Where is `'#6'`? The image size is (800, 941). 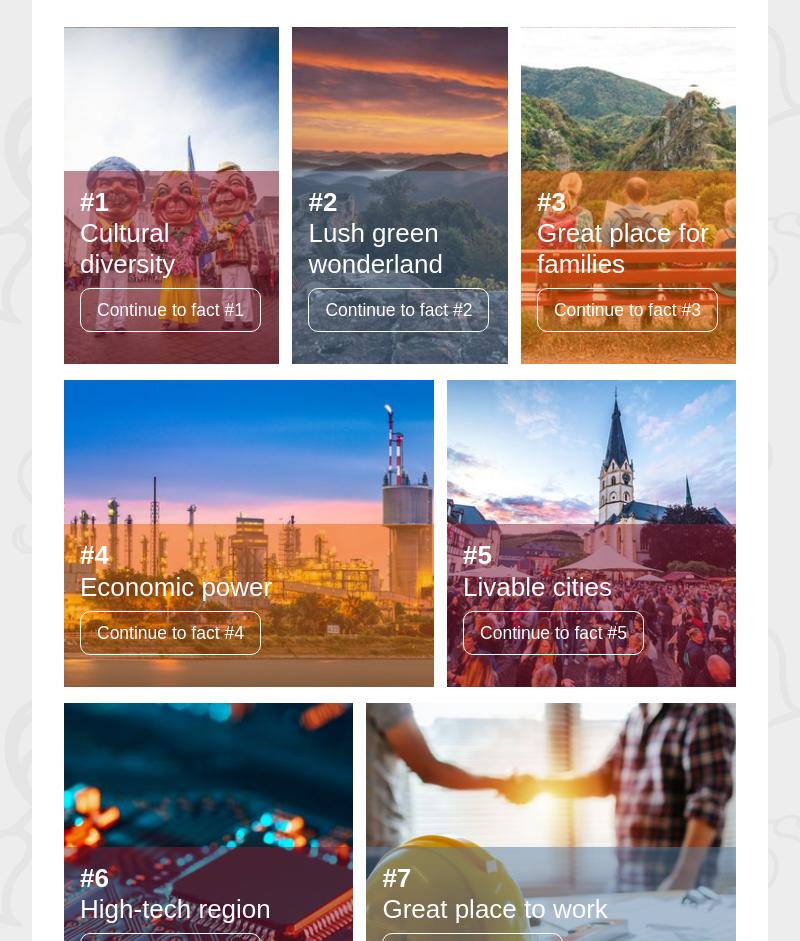 '#6' is located at coordinates (94, 877).